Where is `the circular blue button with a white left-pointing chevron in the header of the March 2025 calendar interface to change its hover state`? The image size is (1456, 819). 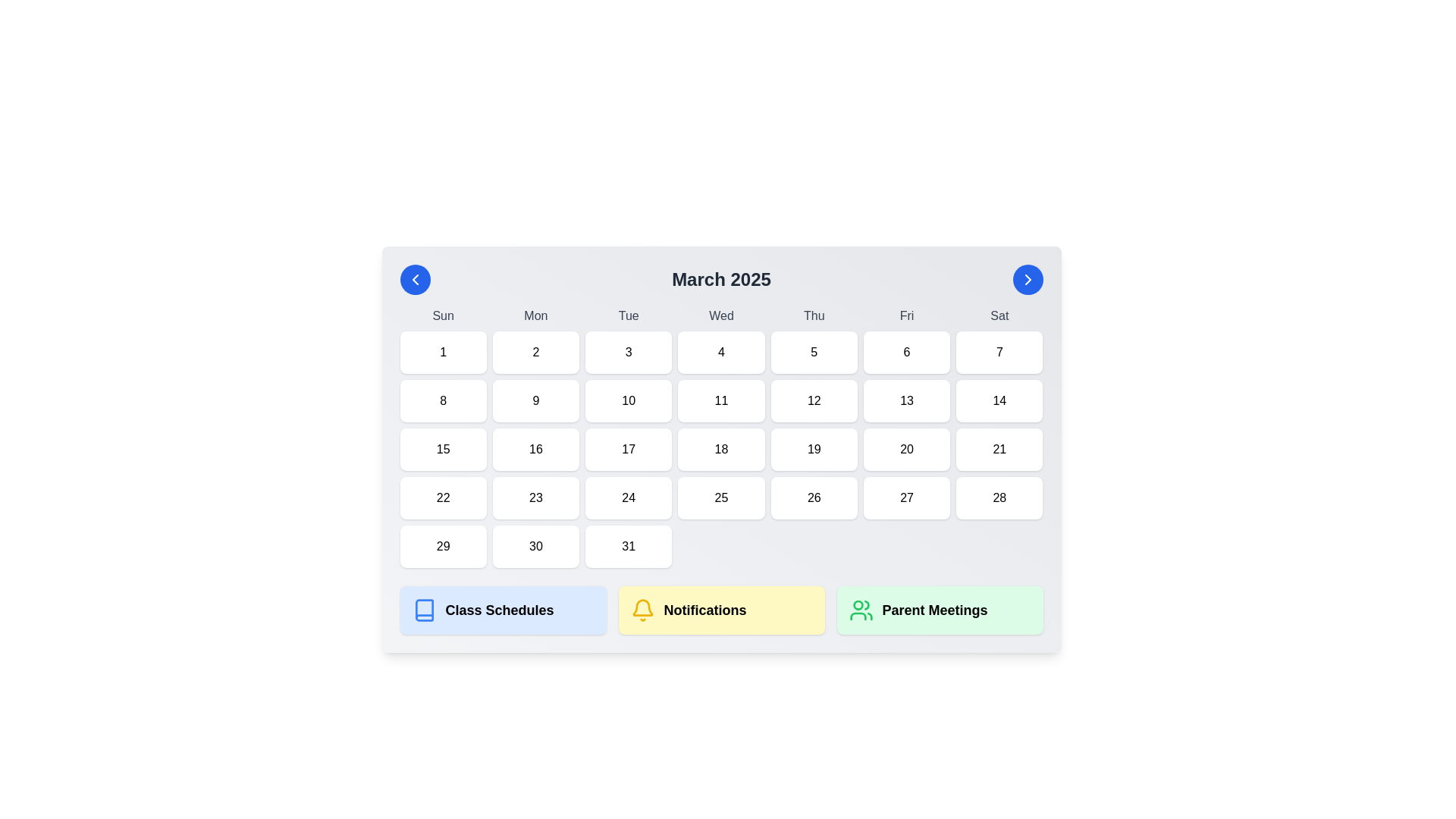
the circular blue button with a white left-pointing chevron in the header of the March 2025 calendar interface to change its hover state is located at coordinates (415, 280).